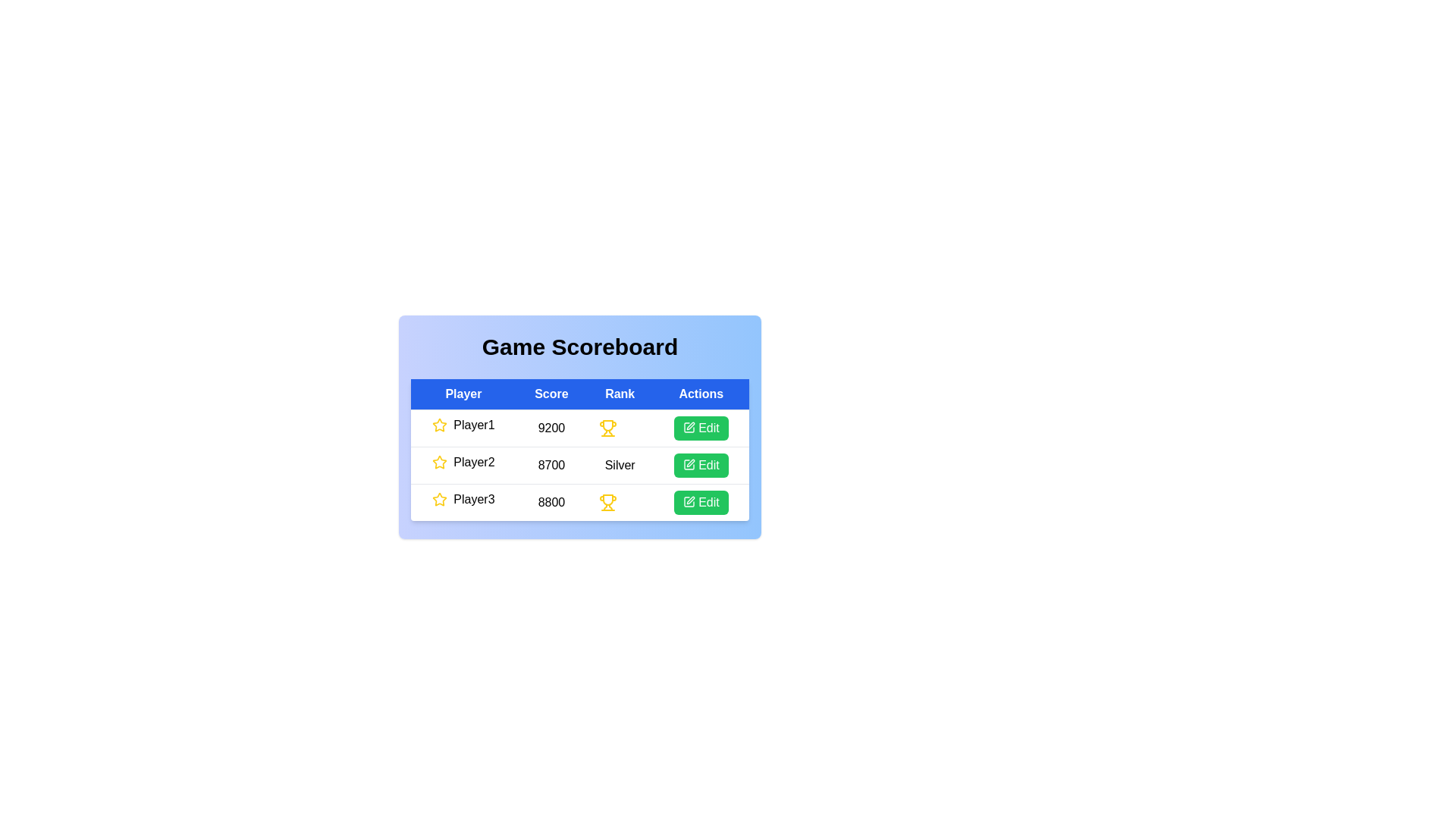 The height and width of the screenshot is (819, 1456). I want to click on the background gradient area for inspection, so click(579, 427).